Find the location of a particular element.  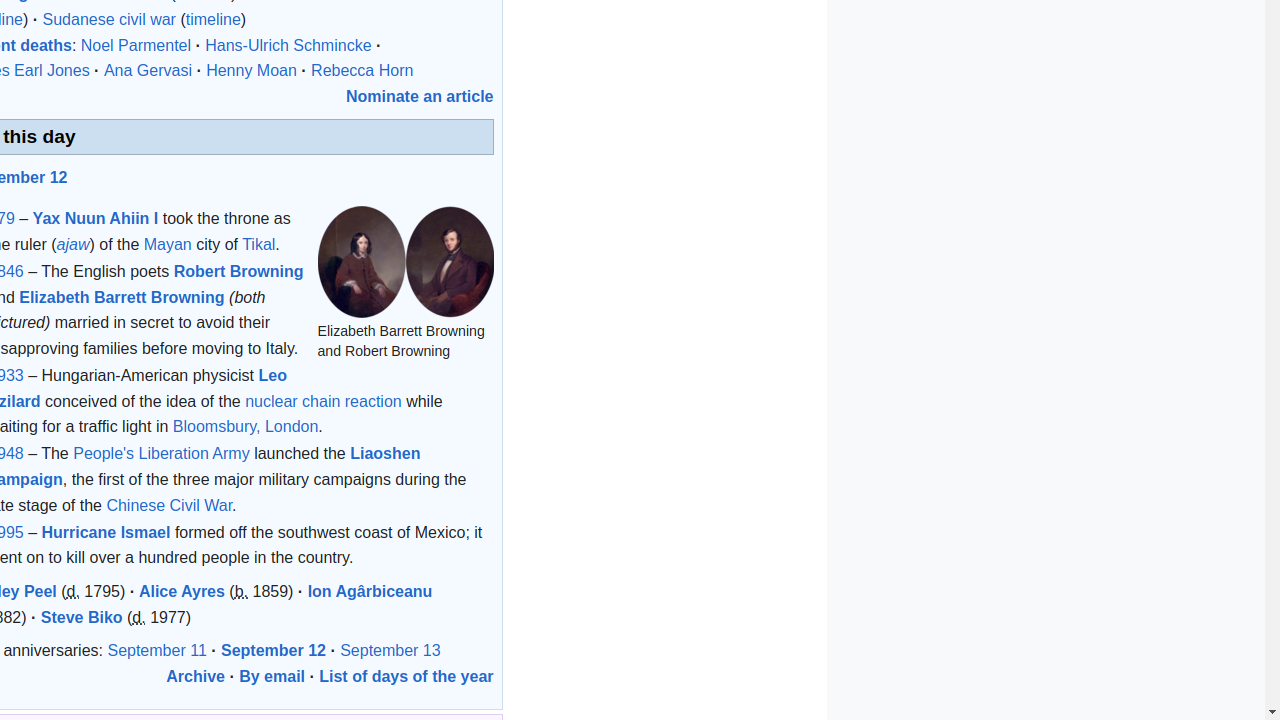

'Bloomsbury, London' is located at coordinates (244, 426).